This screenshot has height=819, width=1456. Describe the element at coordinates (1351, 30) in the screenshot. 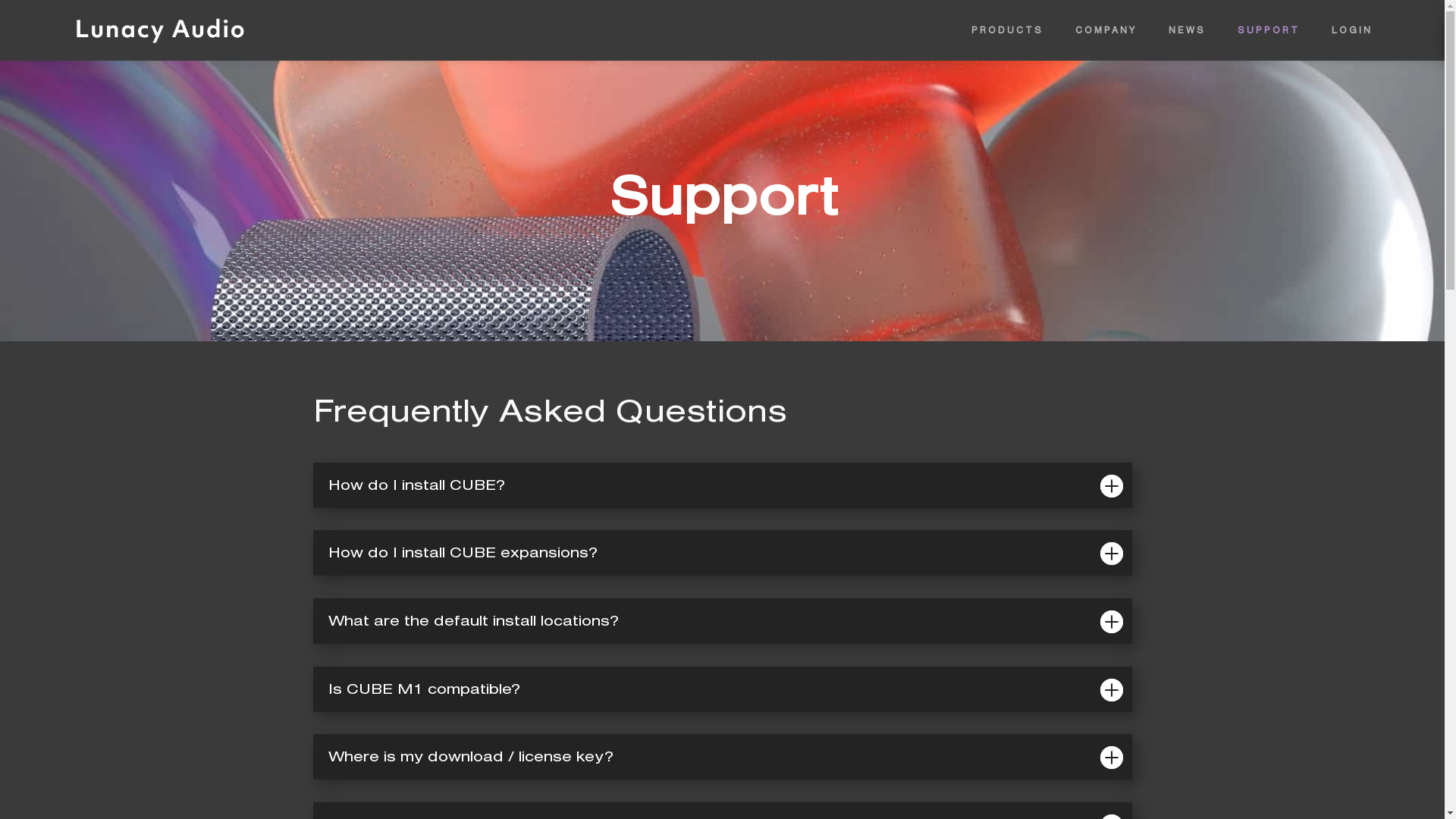

I see `'LOGIN'` at that location.